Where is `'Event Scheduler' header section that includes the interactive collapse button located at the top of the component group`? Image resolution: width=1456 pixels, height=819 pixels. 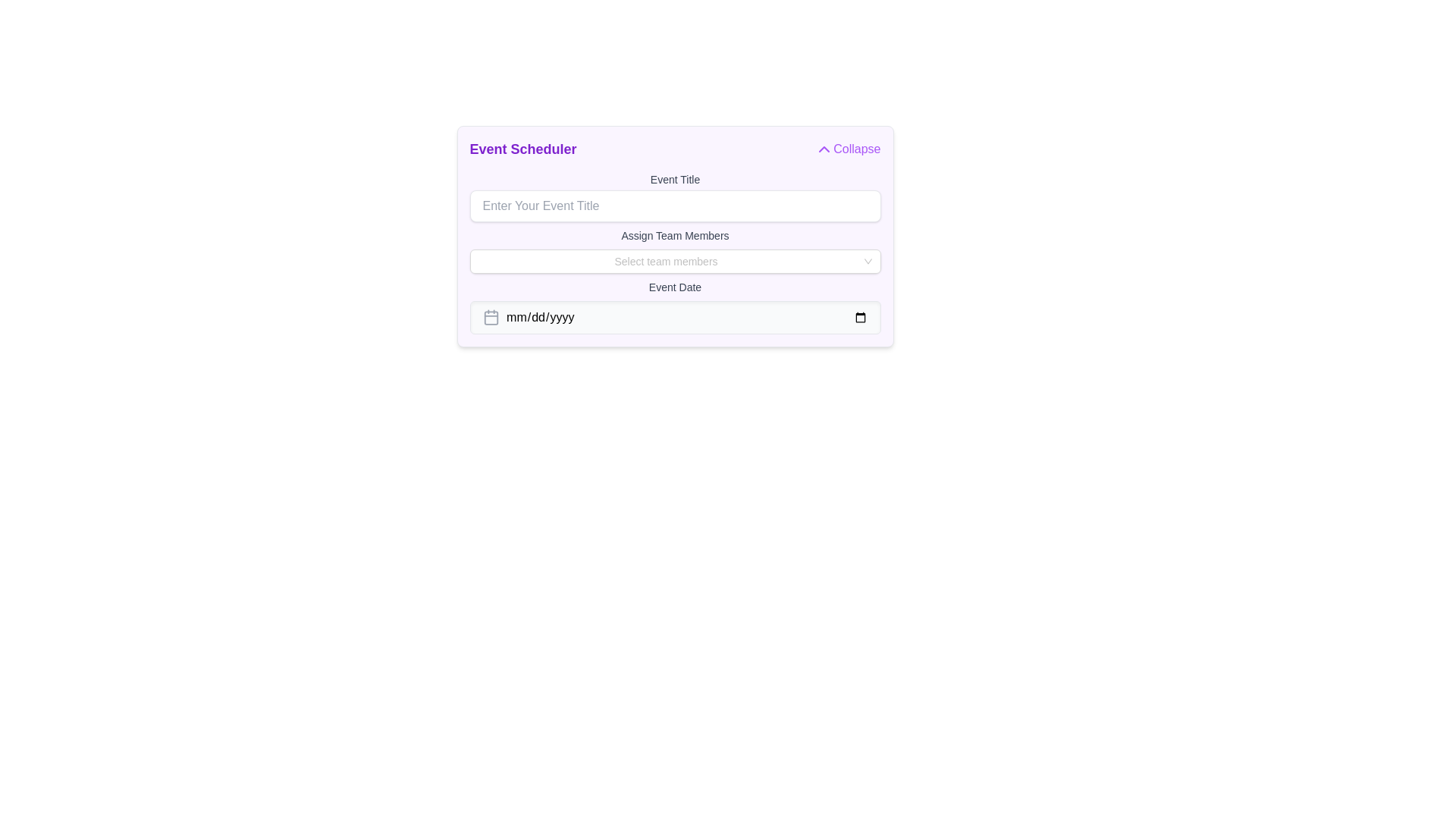 'Event Scheduler' header section that includes the interactive collapse button located at the top of the component group is located at coordinates (674, 149).